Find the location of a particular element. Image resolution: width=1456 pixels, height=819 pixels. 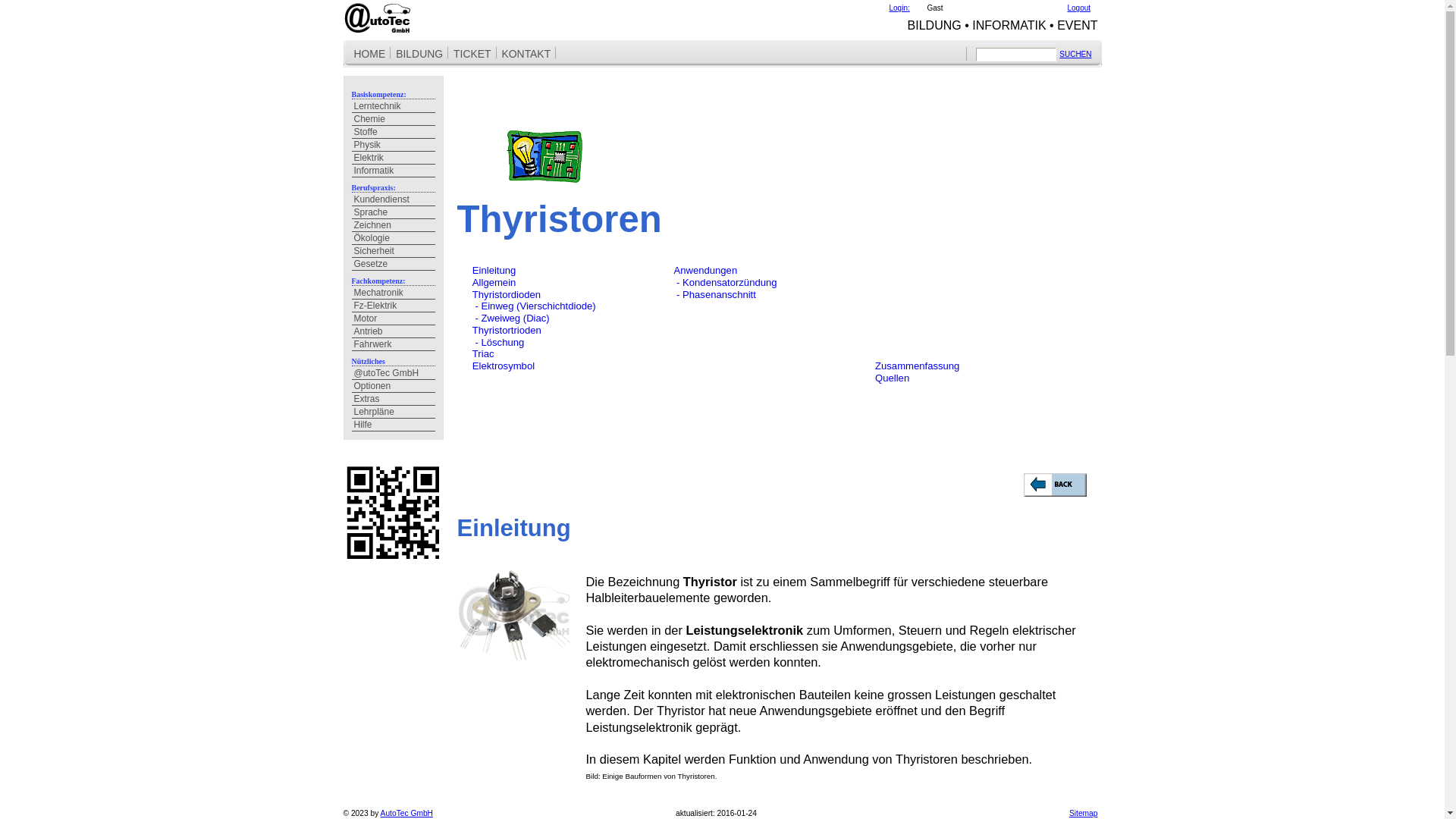

'Optionen' is located at coordinates (393, 385).